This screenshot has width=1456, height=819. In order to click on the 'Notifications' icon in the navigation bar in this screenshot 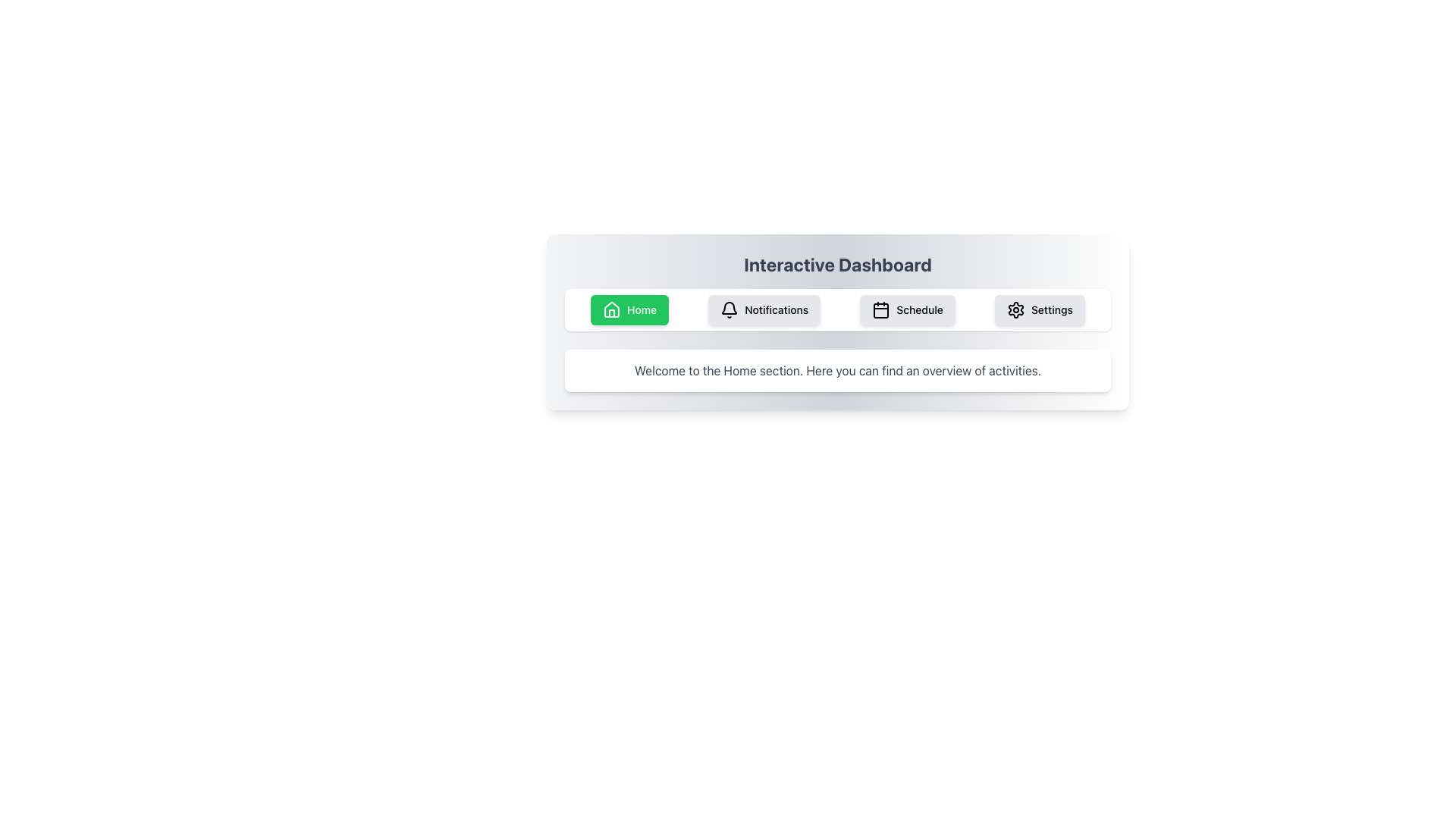, I will do `click(730, 307)`.